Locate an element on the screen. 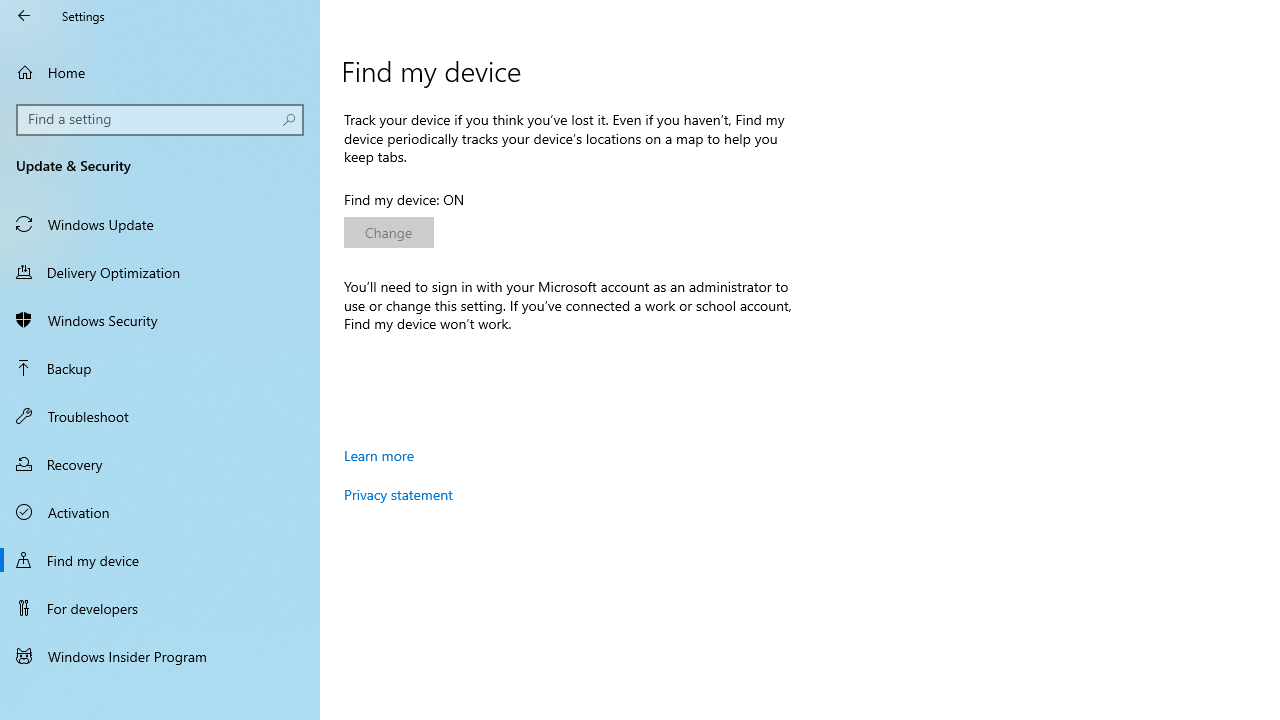  'Windows Security' is located at coordinates (160, 319).